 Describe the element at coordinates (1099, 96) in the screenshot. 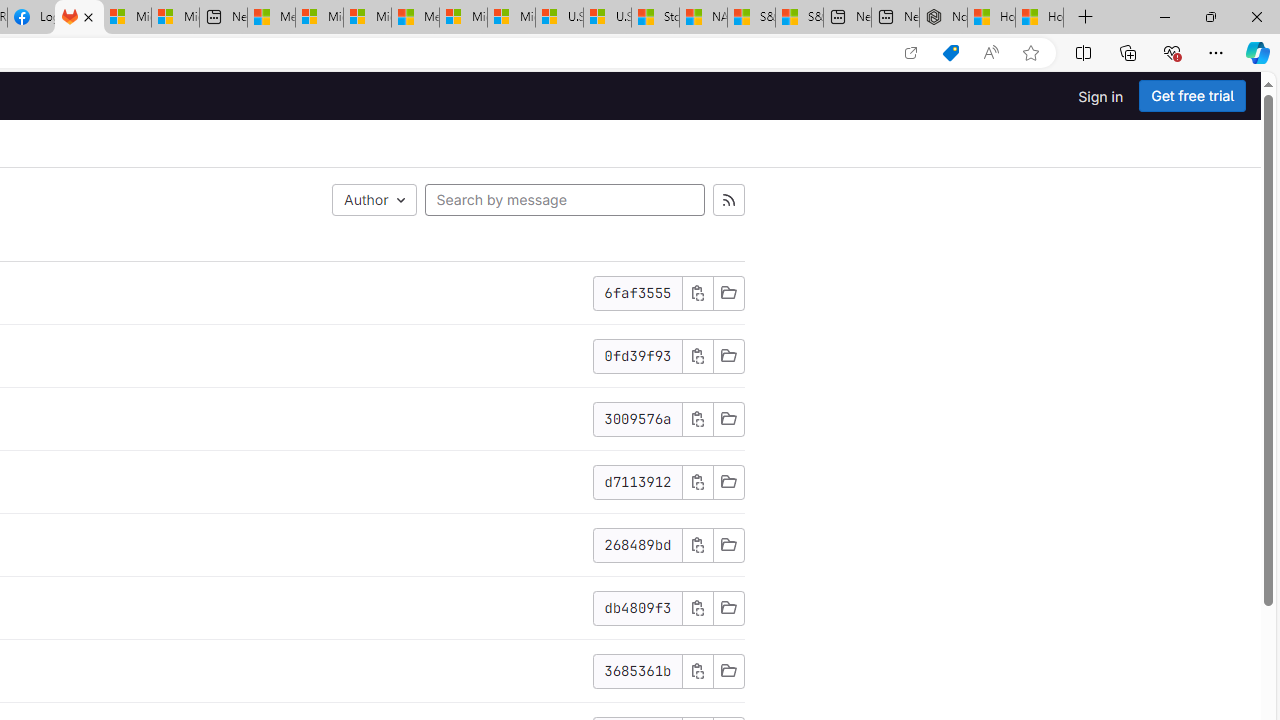

I see `'Sign in'` at that location.